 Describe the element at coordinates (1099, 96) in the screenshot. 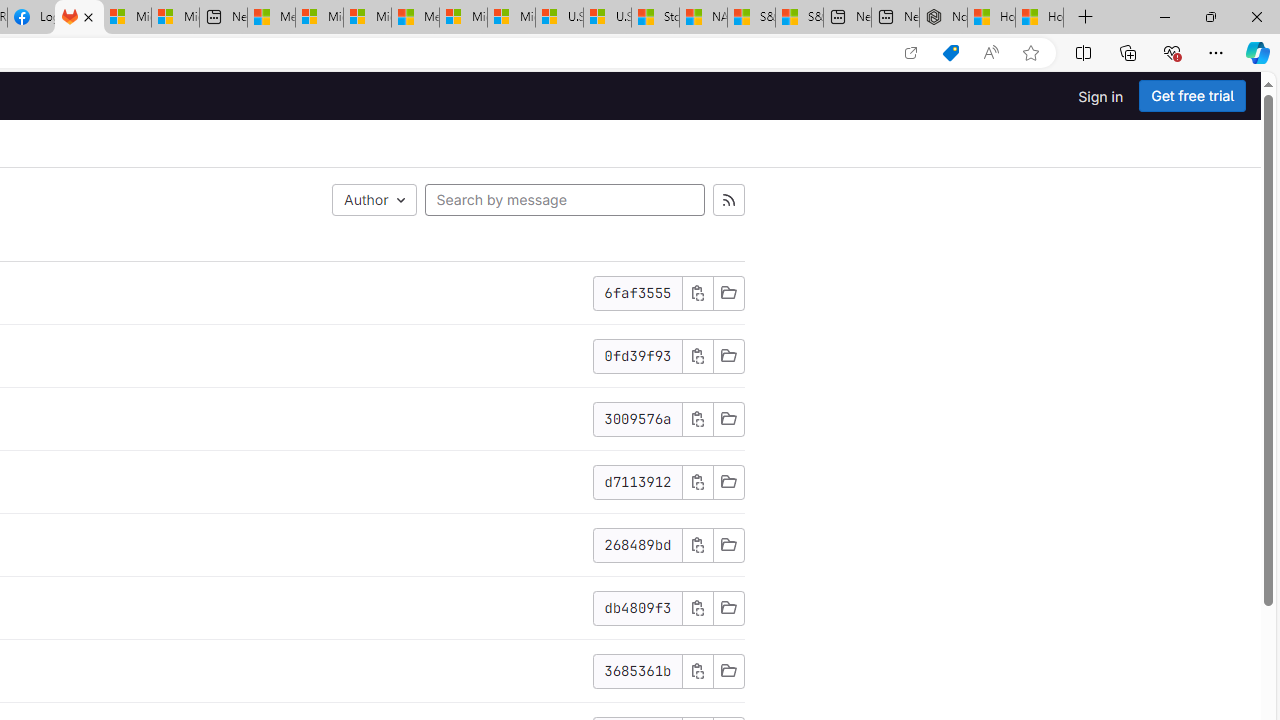

I see `'Sign in'` at that location.